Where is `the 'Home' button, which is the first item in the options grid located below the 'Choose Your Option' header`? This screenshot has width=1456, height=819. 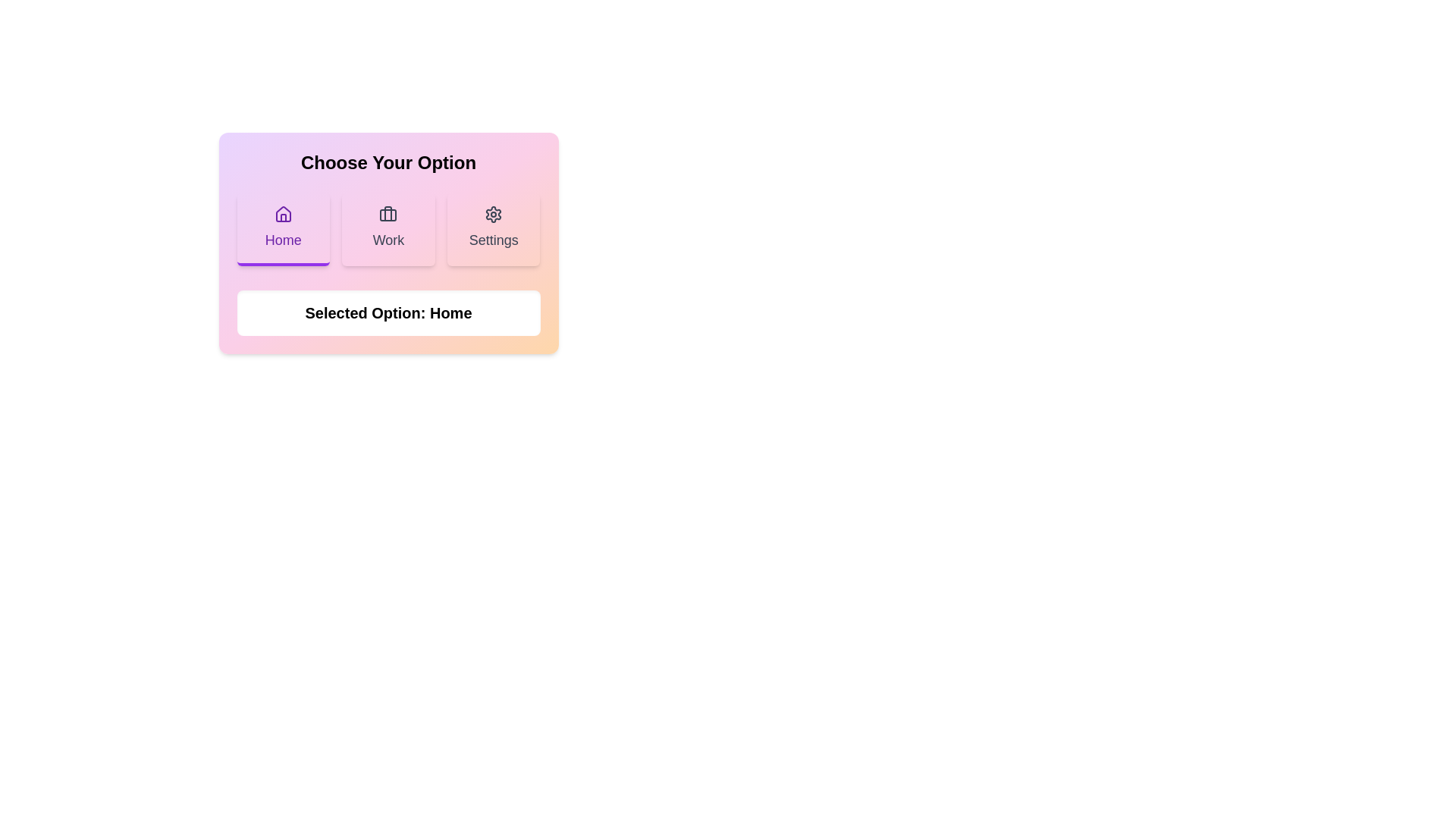 the 'Home' button, which is the first item in the options grid located below the 'Choose Your Option' header is located at coordinates (283, 230).